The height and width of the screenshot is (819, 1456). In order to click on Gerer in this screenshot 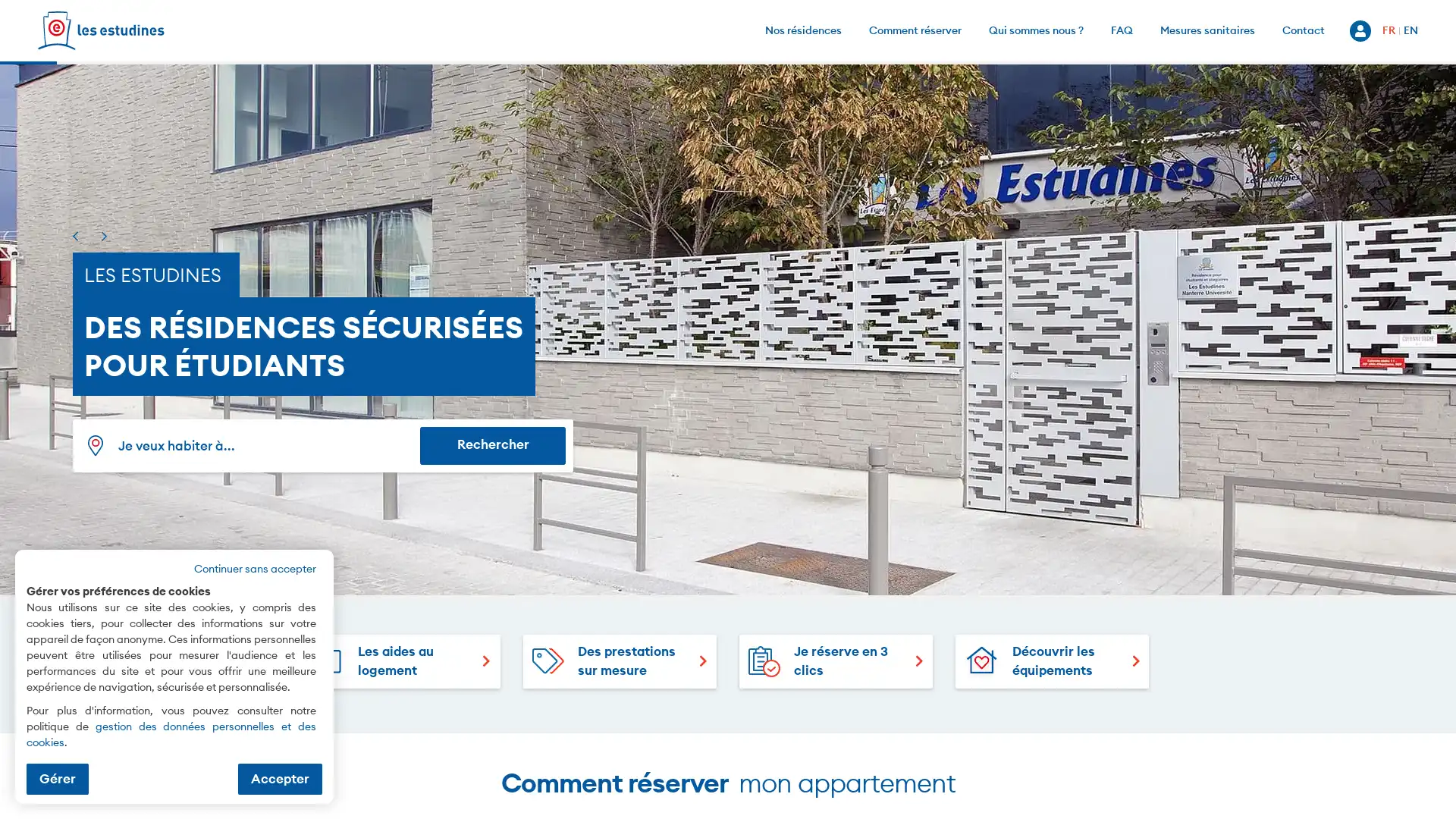, I will do `click(58, 778)`.